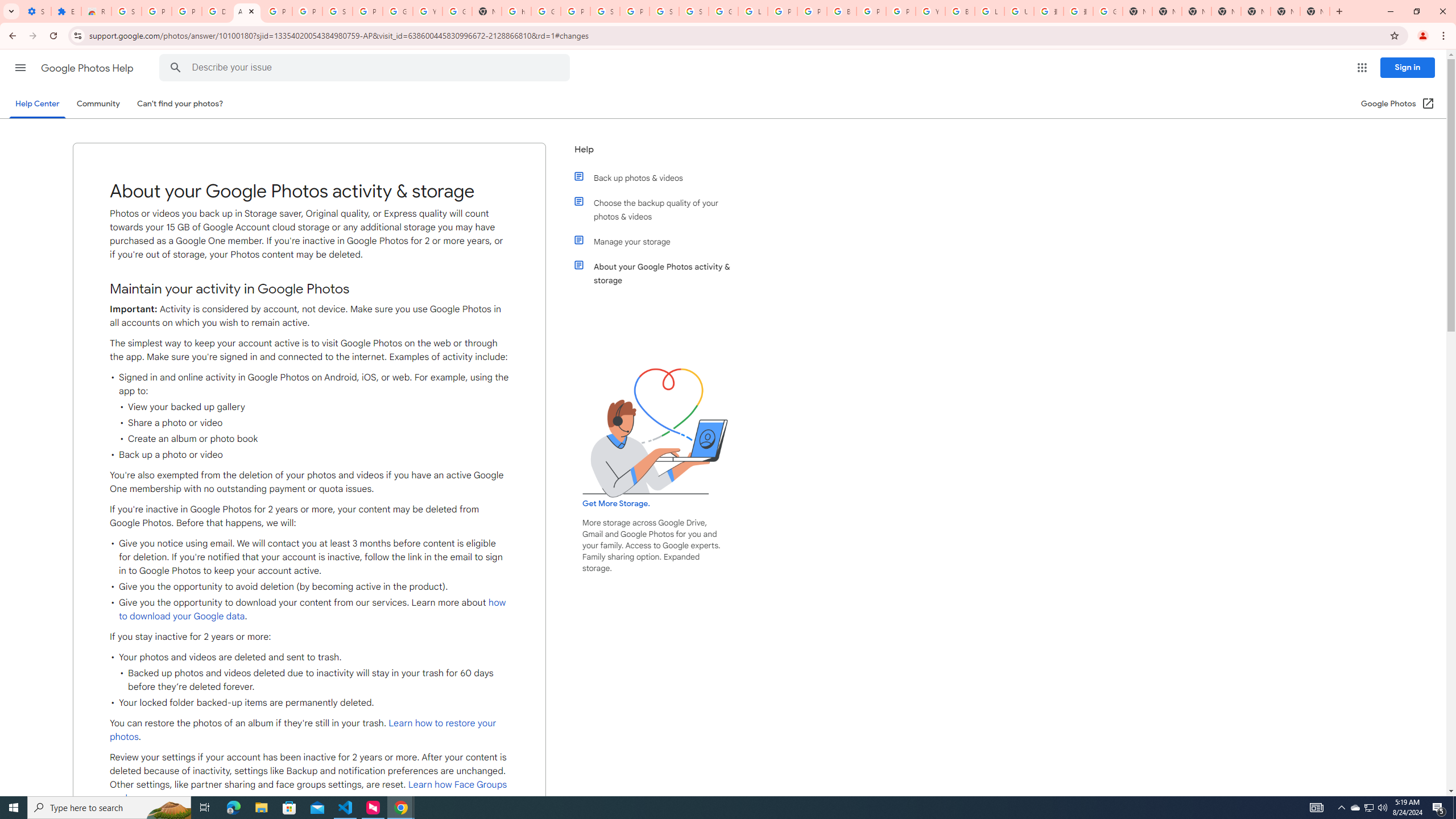  I want to click on 'Settings - On startup', so click(36, 11).